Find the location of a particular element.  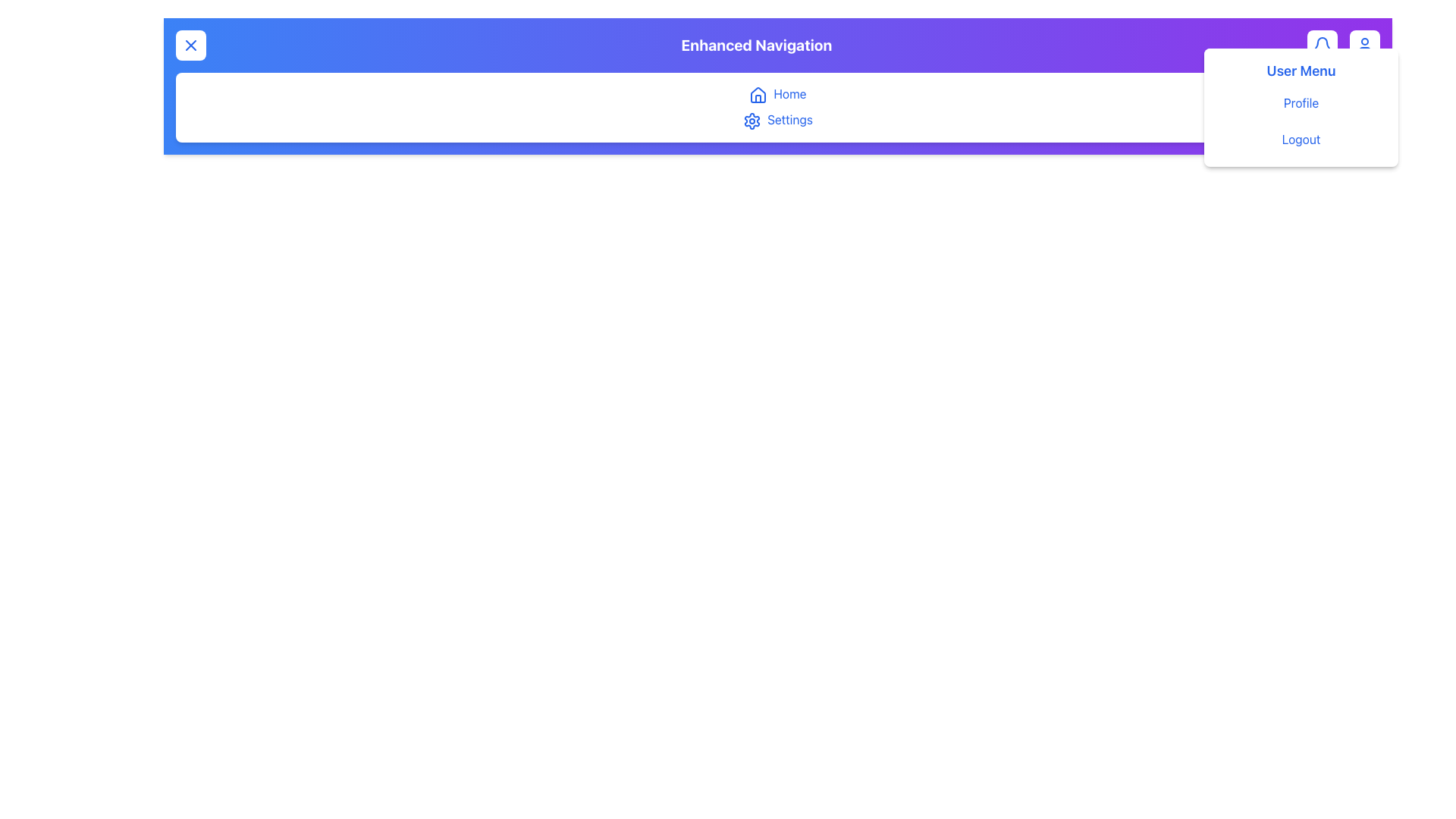

the distinct 'X'-shaped icon button with blue strokes, located in the upper-left corner of the blue navigation bar is located at coordinates (190, 45).